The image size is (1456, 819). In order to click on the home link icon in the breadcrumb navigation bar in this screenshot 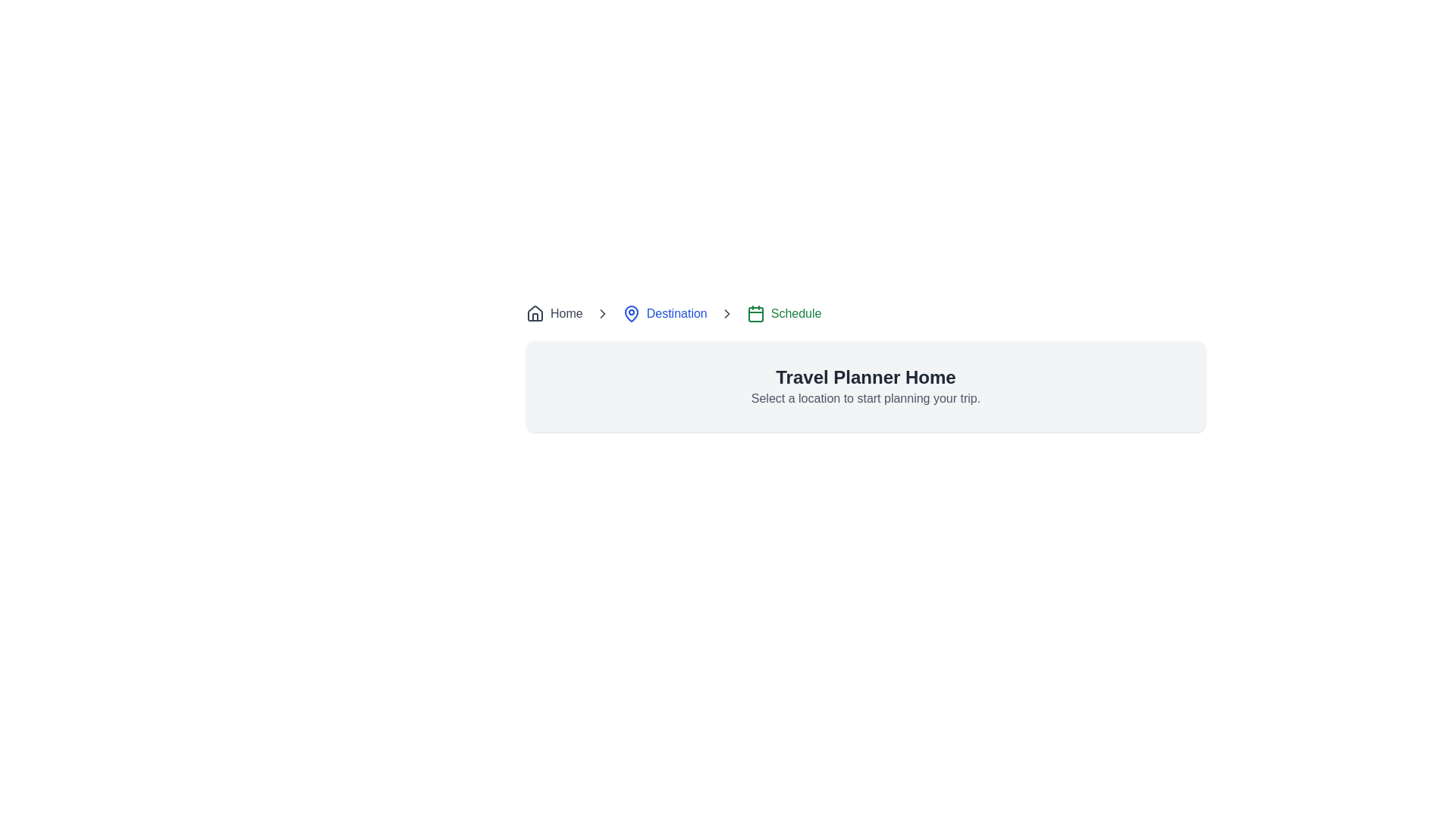, I will do `click(535, 312)`.